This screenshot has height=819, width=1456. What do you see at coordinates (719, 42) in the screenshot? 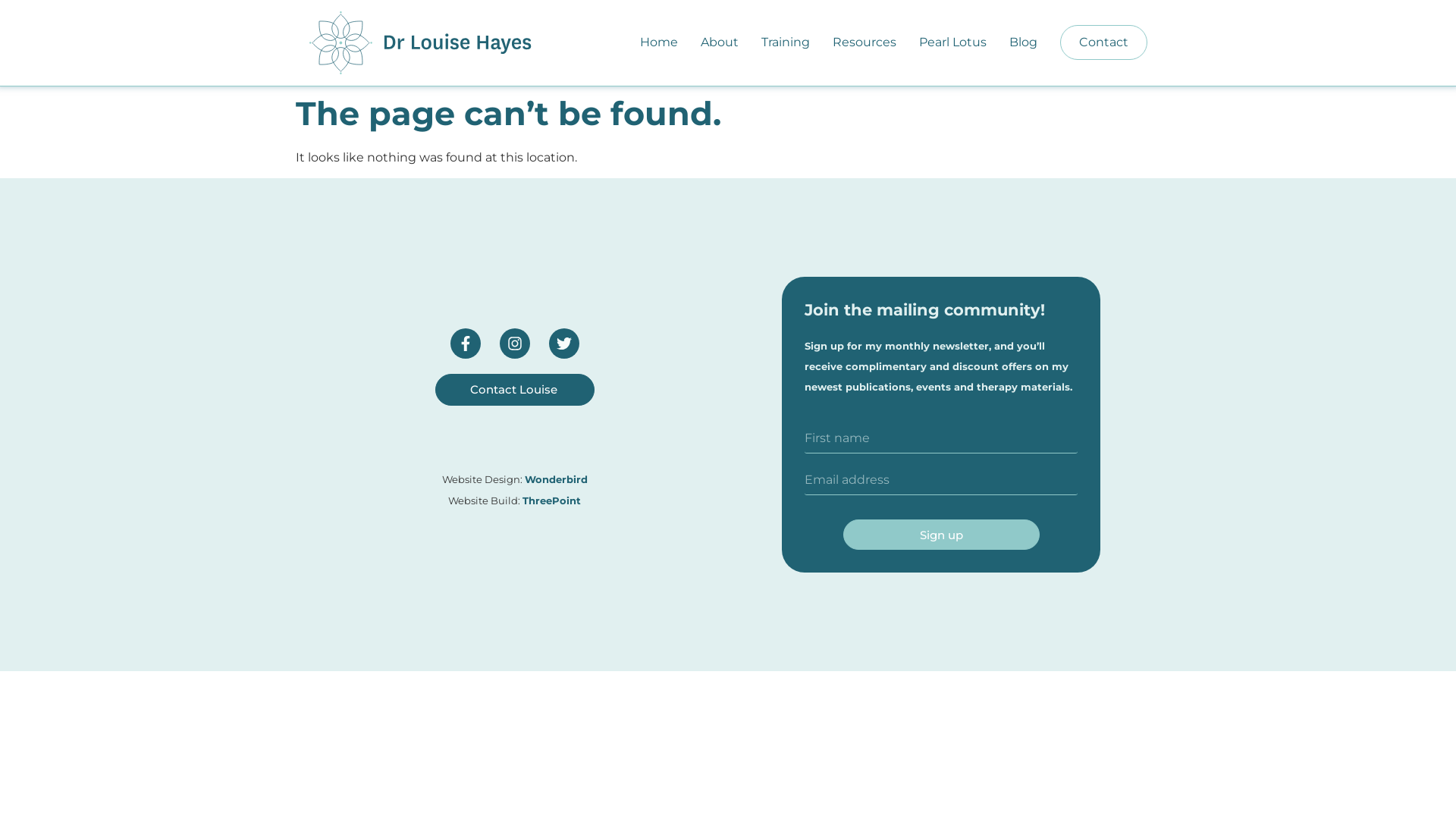
I see `'About'` at bounding box center [719, 42].